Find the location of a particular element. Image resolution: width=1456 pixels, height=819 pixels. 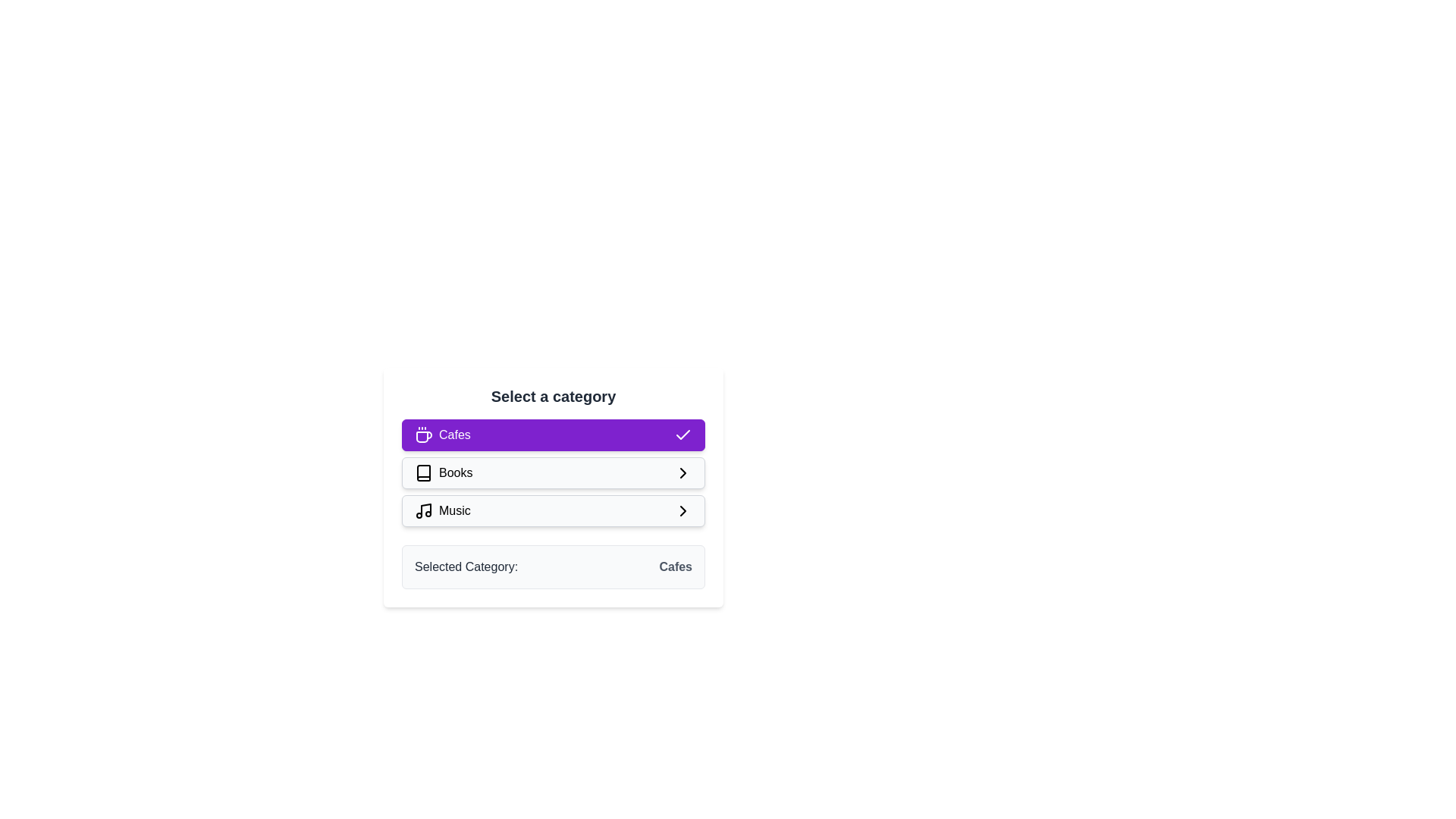

the right-pointing chevron-shaped icon next to the 'Music' category is located at coordinates (682, 511).